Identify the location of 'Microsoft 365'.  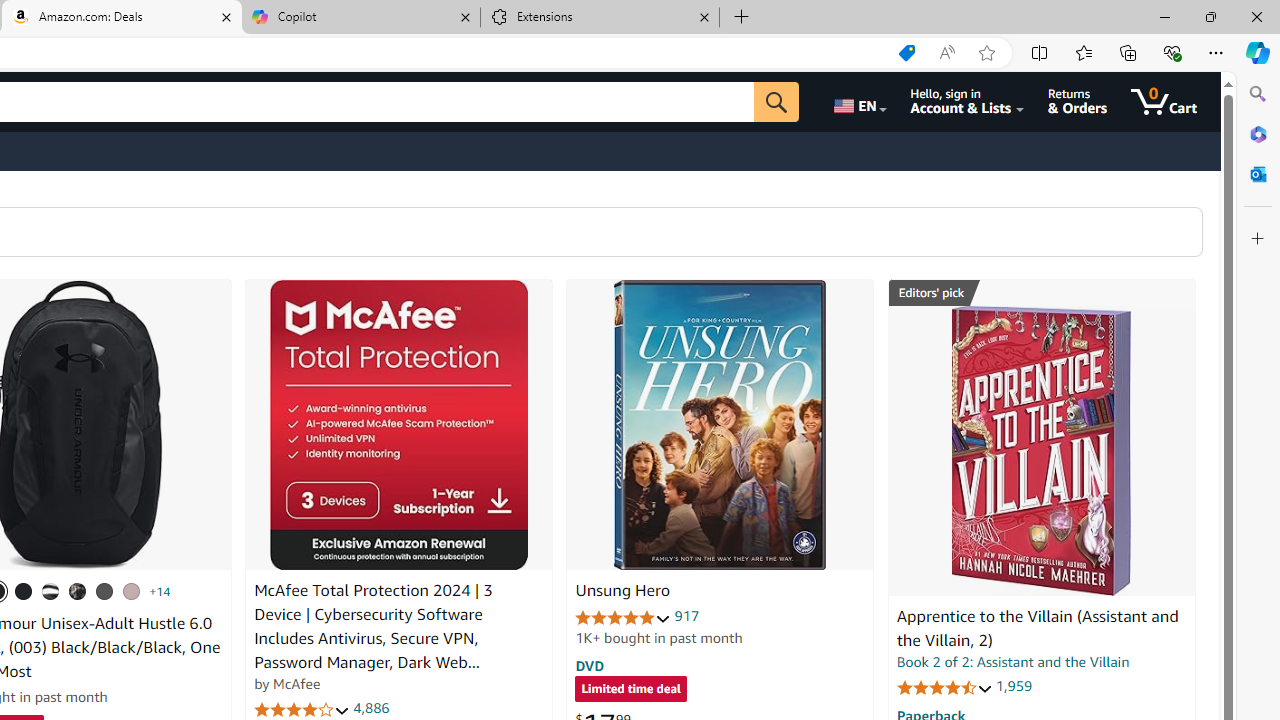
(1257, 133).